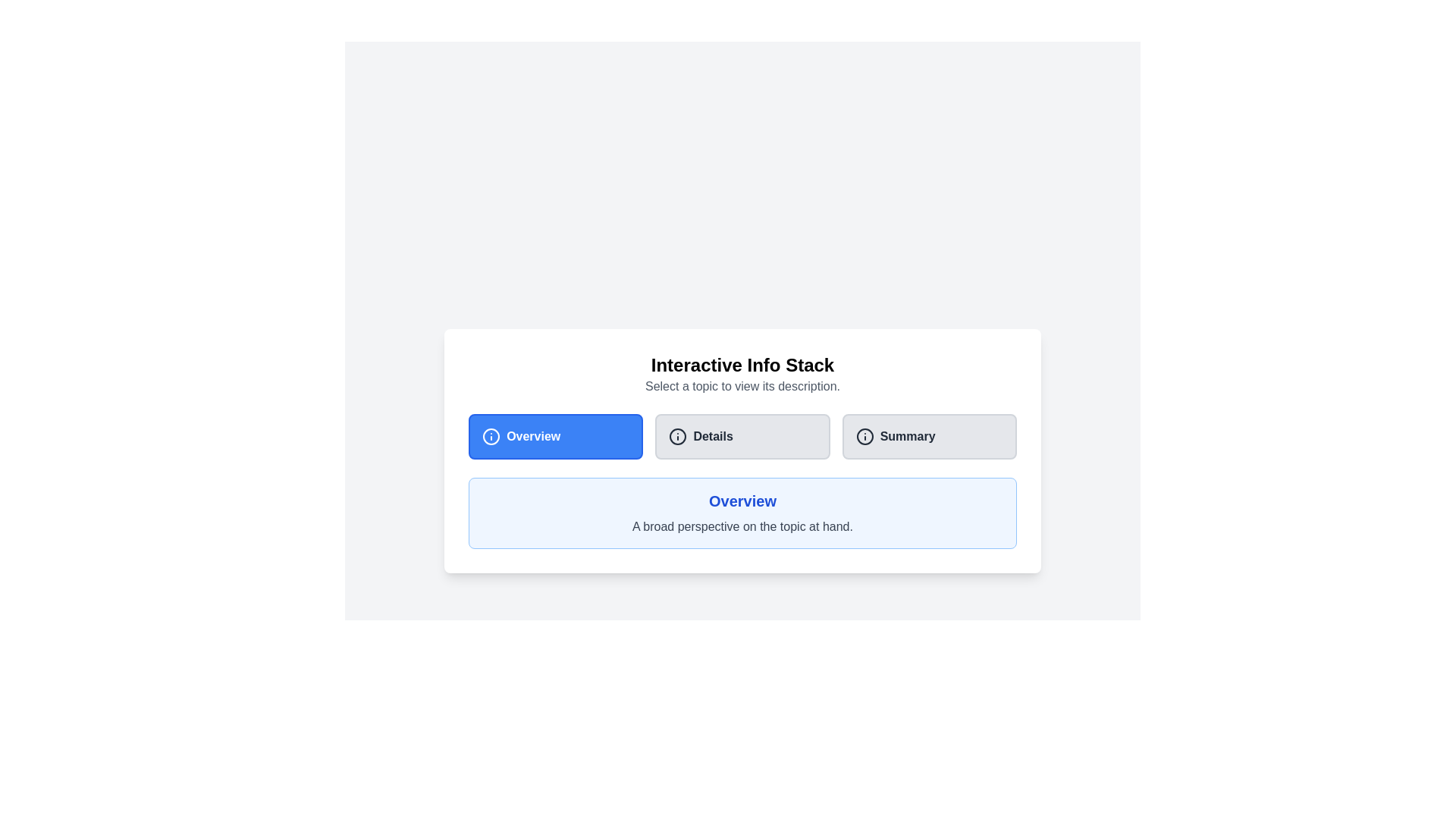 The image size is (1456, 819). What do you see at coordinates (533, 436) in the screenshot?
I see `the bold 'Overview' text inside the leftmost blue button in a row of three buttons labeled 'Overview,' 'Details,' and 'Summary.'` at bounding box center [533, 436].